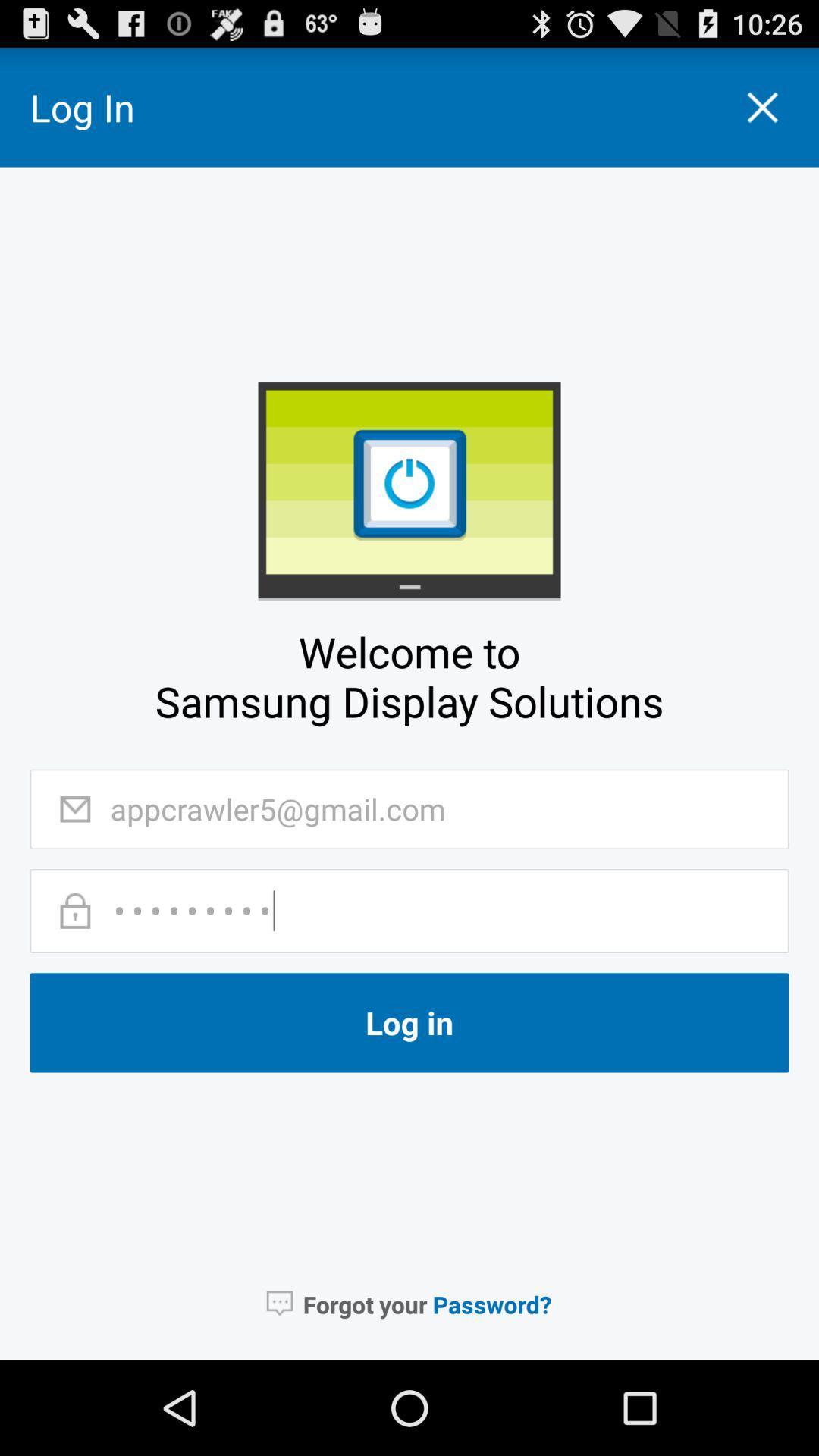 The image size is (819, 1456). Describe the element at coordinates (762, 106) in the screenshot. I see `the icon right side of log in` at that location.